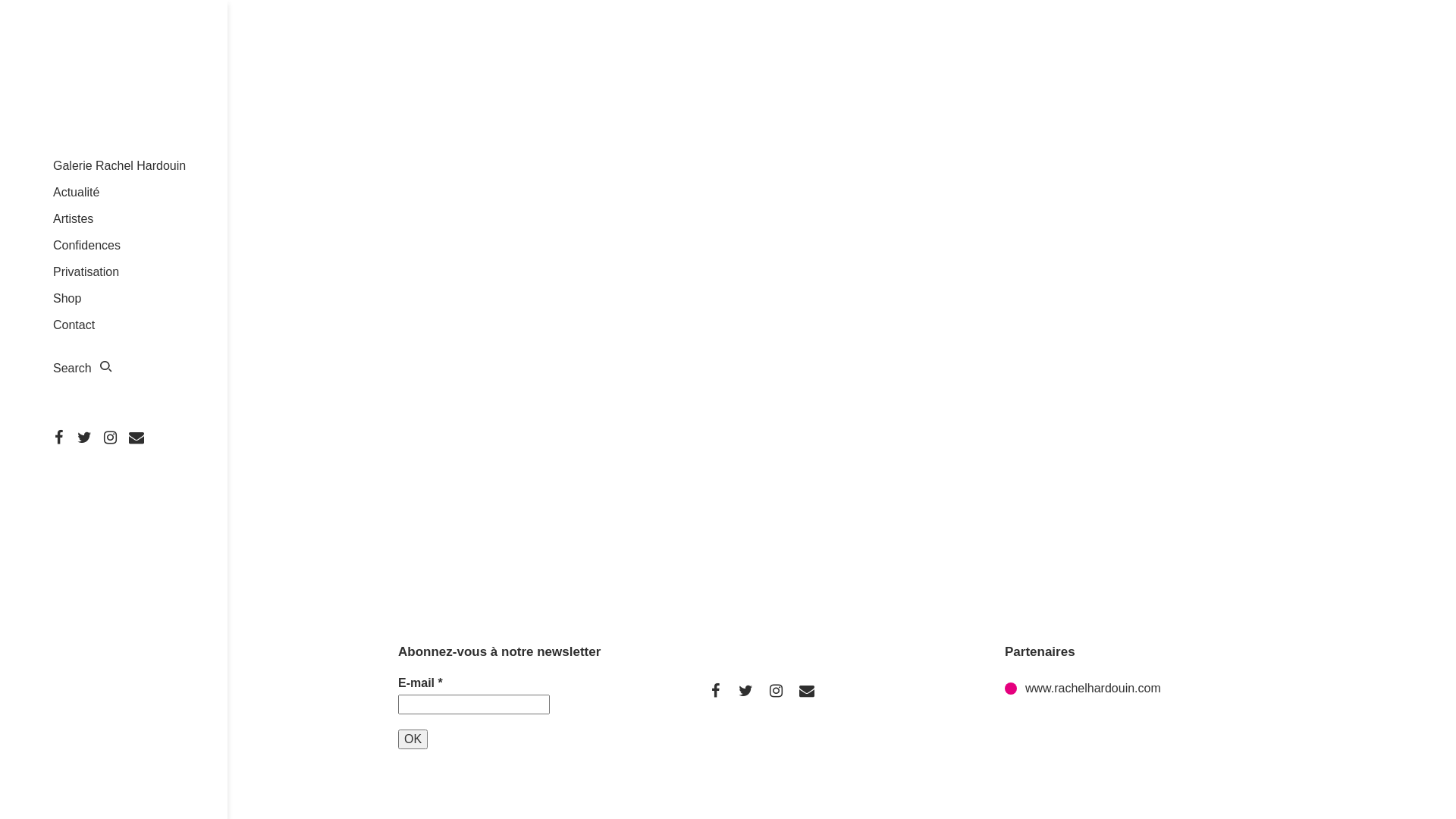  What do you see at coordinates (86, 244) in the screenshot?
I see `'Confidences'` at bounding box center [86, 244].